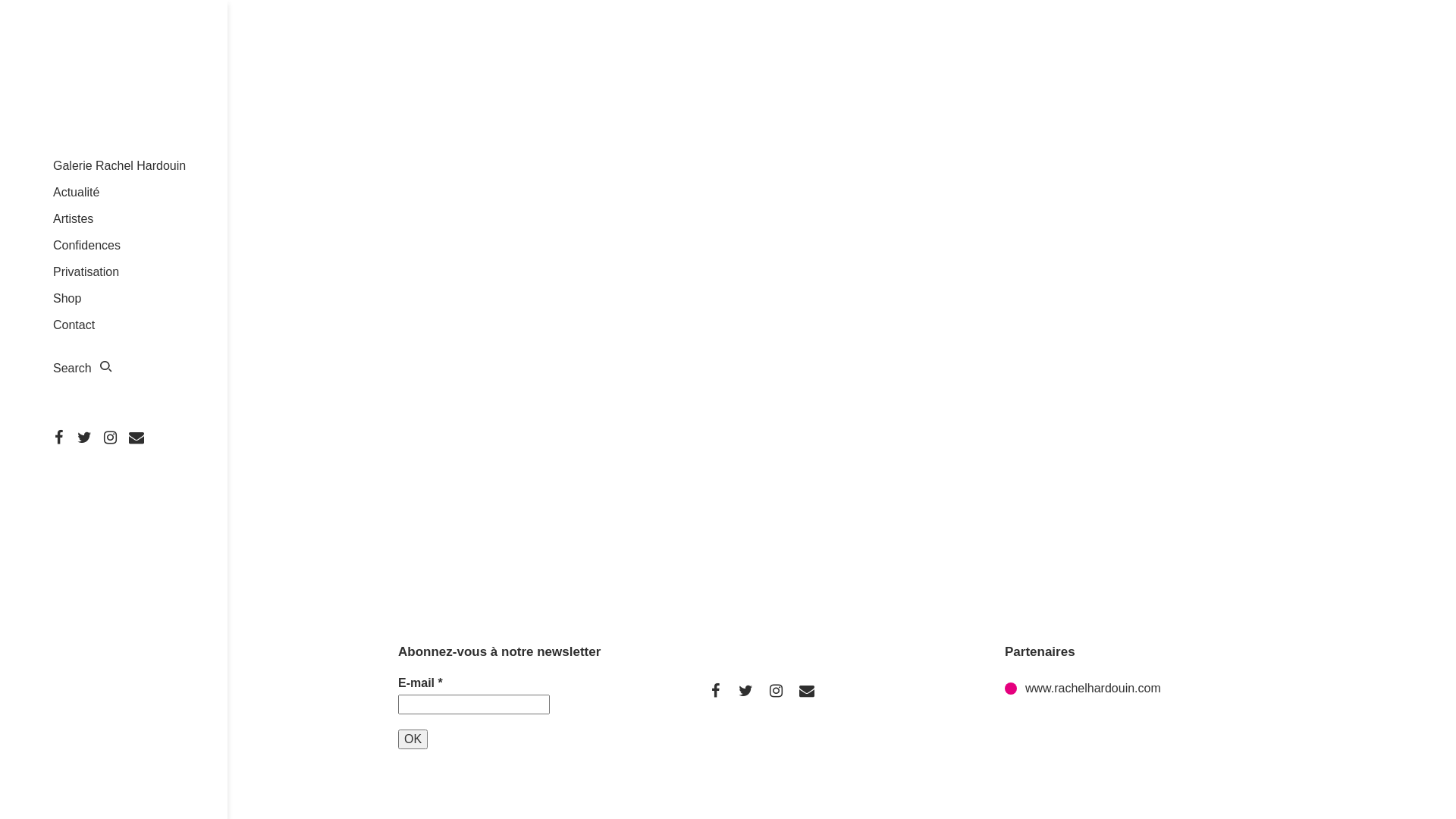  What do you see at coordinates (86, 244) in the screenshot?
I see `'Confidences'` at bounding box center [86, 244].